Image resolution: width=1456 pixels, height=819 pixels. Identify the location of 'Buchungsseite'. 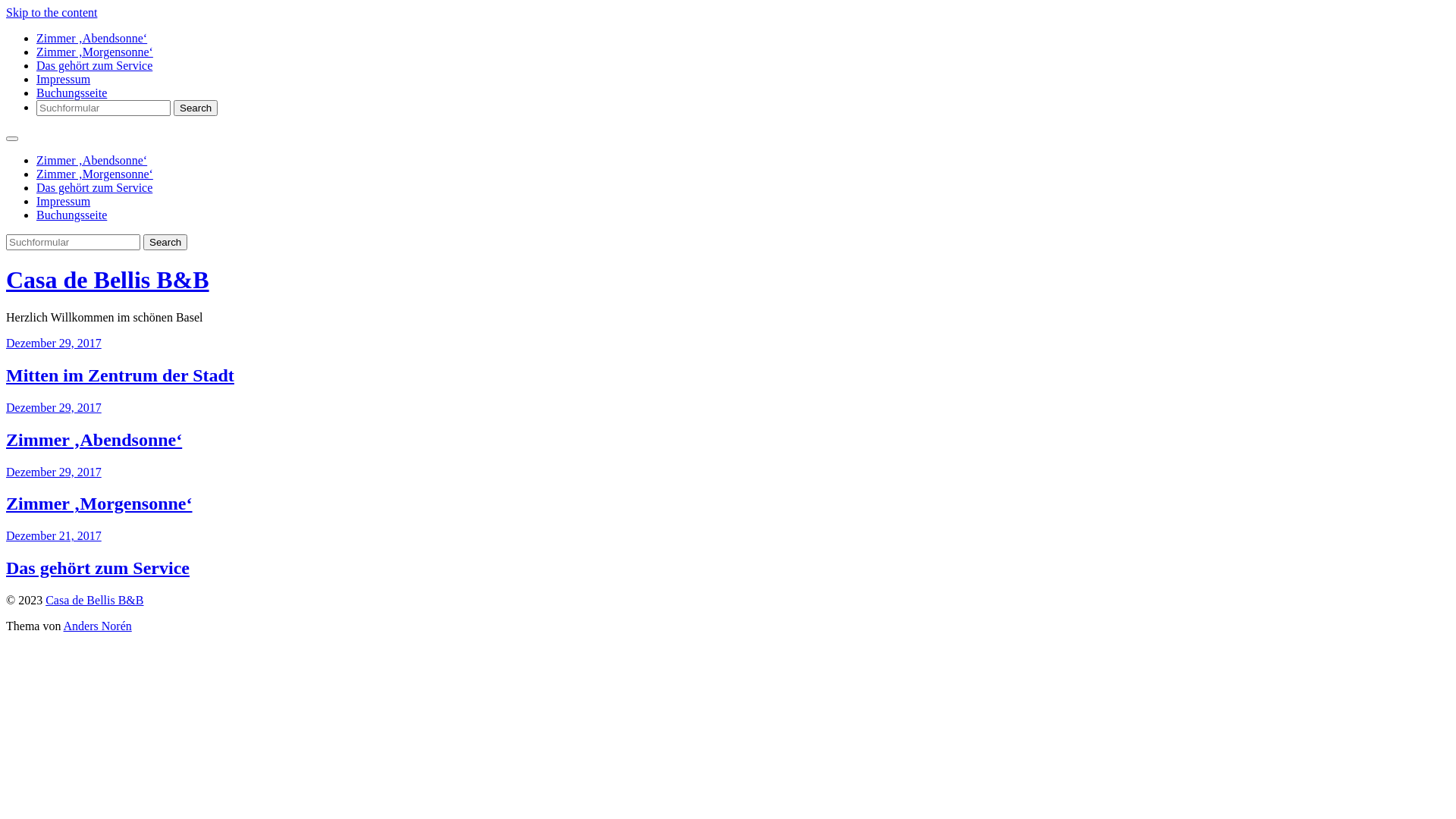
(71, 215).